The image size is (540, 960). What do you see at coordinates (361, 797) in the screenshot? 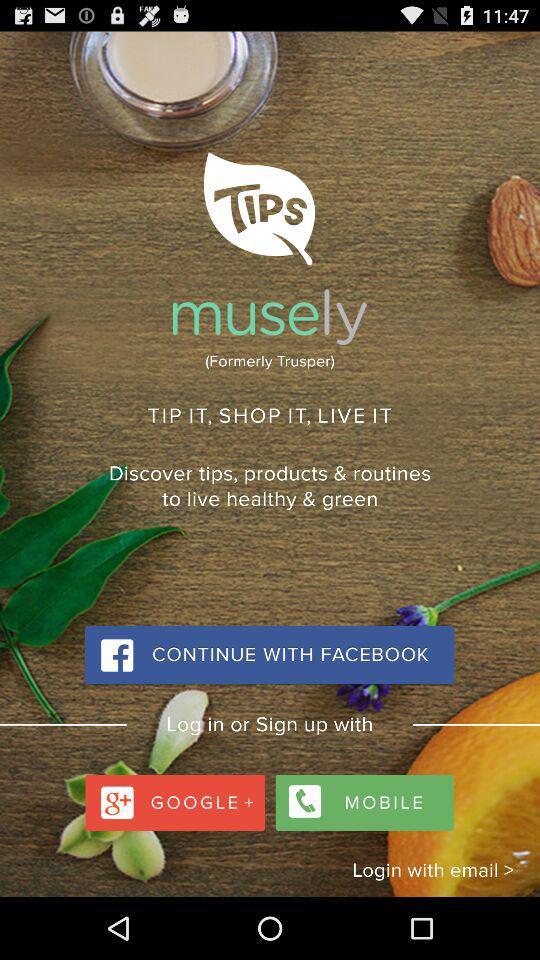
I see `login through mobile number` at bounding box center [361, 797].